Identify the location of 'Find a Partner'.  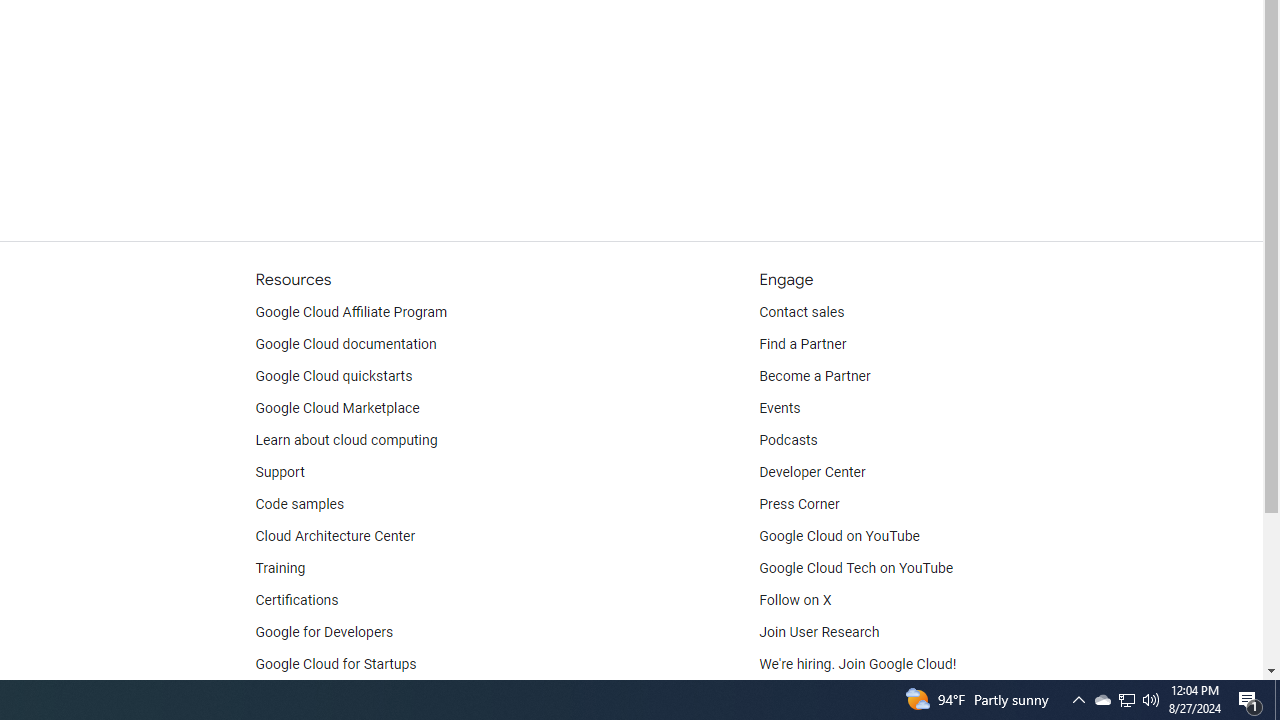
(803, 343).